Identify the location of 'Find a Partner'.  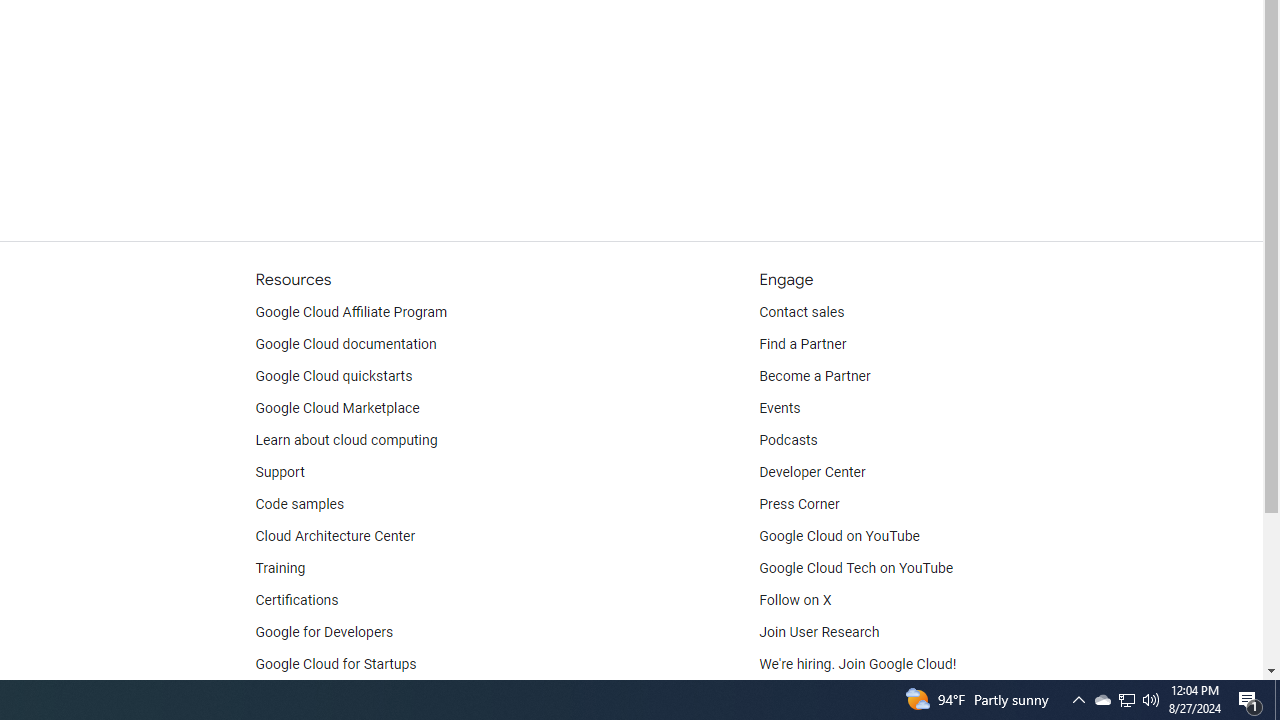
(803, 343).